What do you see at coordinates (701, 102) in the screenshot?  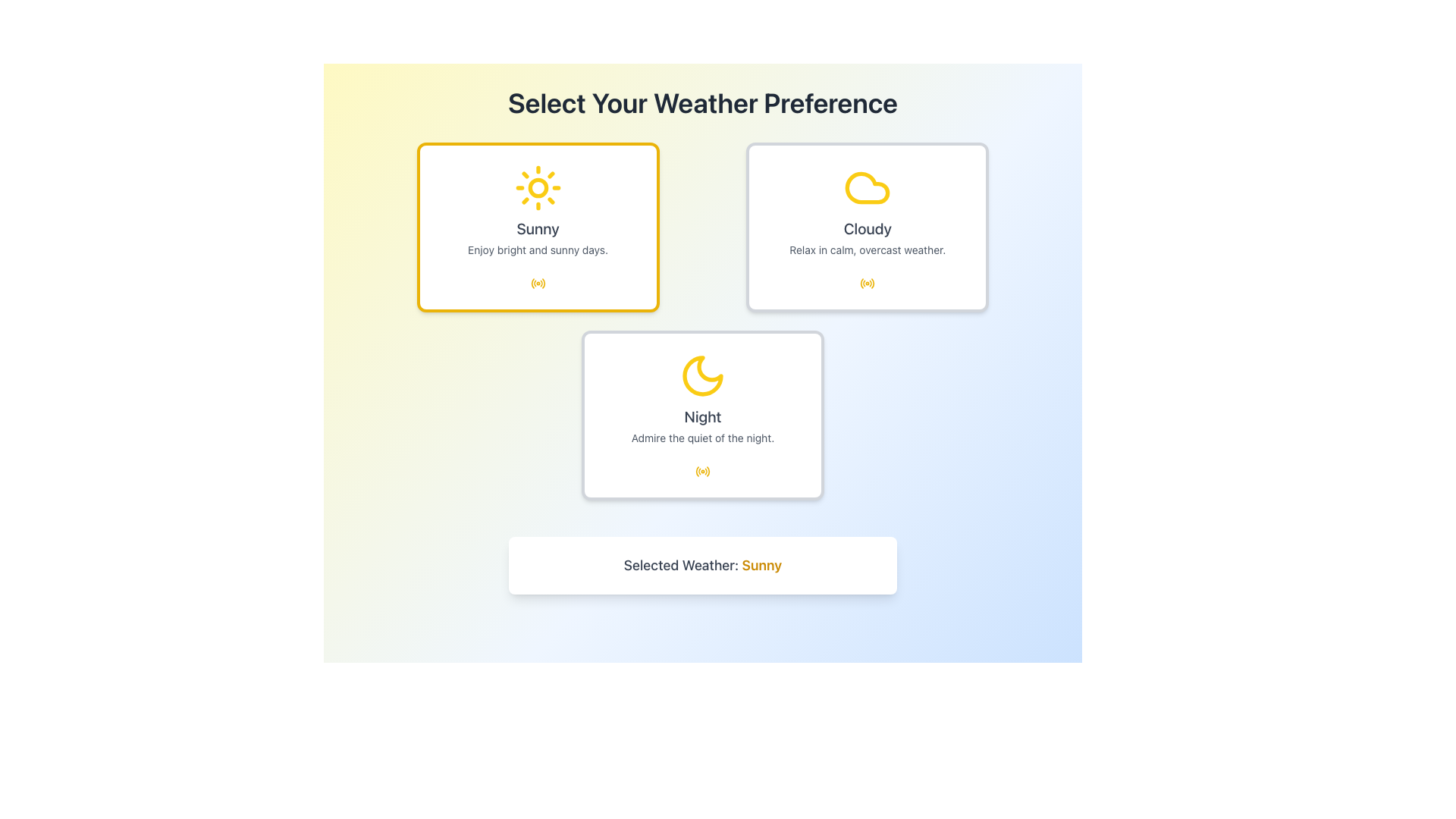 I see `the heading text displaying 'Select Your Weather Preference', which is centrally positioned at the top of the interface with a light, gradient background` at bounding box center [701, 102].